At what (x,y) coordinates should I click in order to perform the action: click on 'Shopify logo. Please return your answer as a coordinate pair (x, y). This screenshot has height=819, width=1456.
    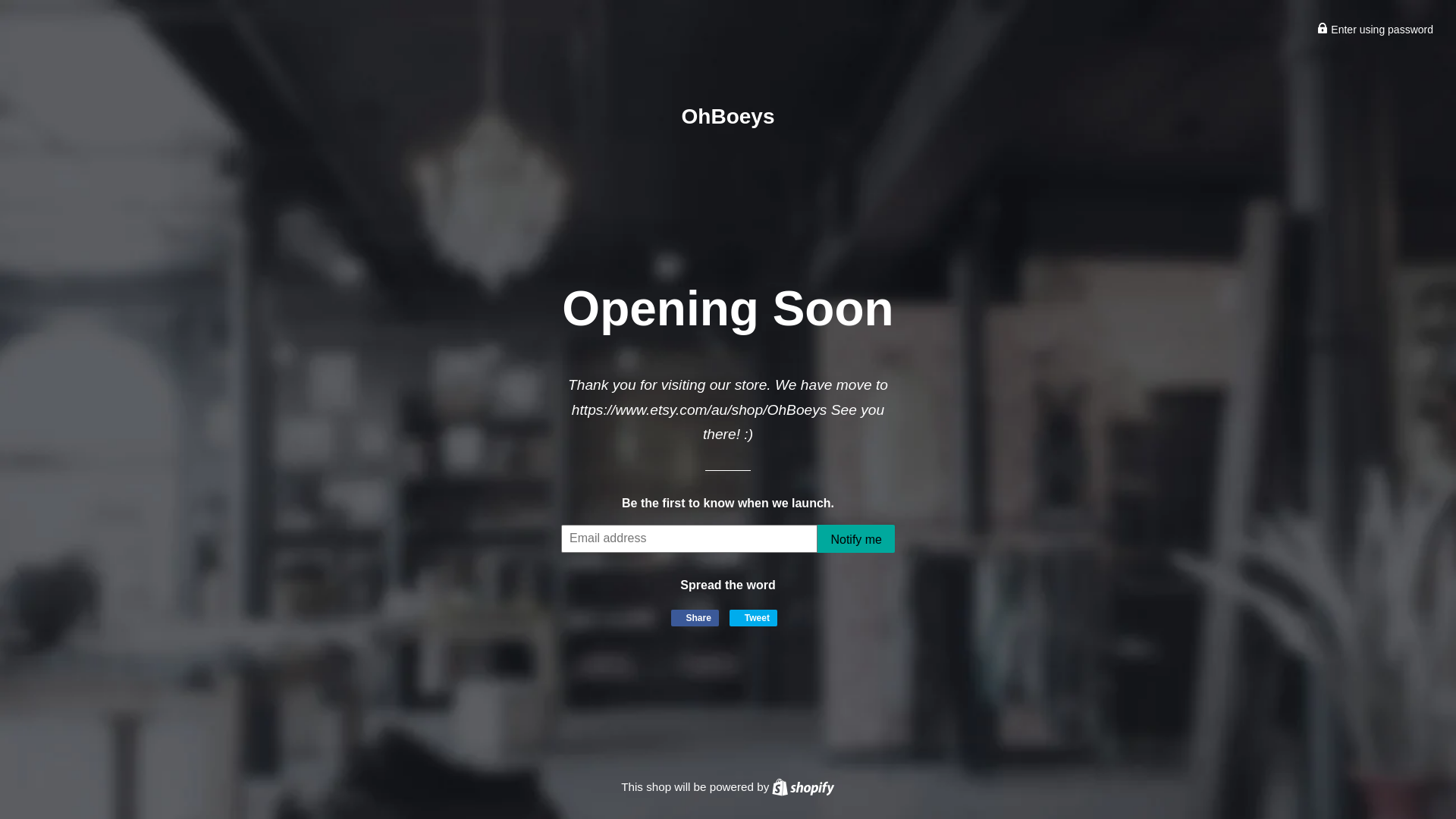
    Looking at the image, I should click on (802, 786).